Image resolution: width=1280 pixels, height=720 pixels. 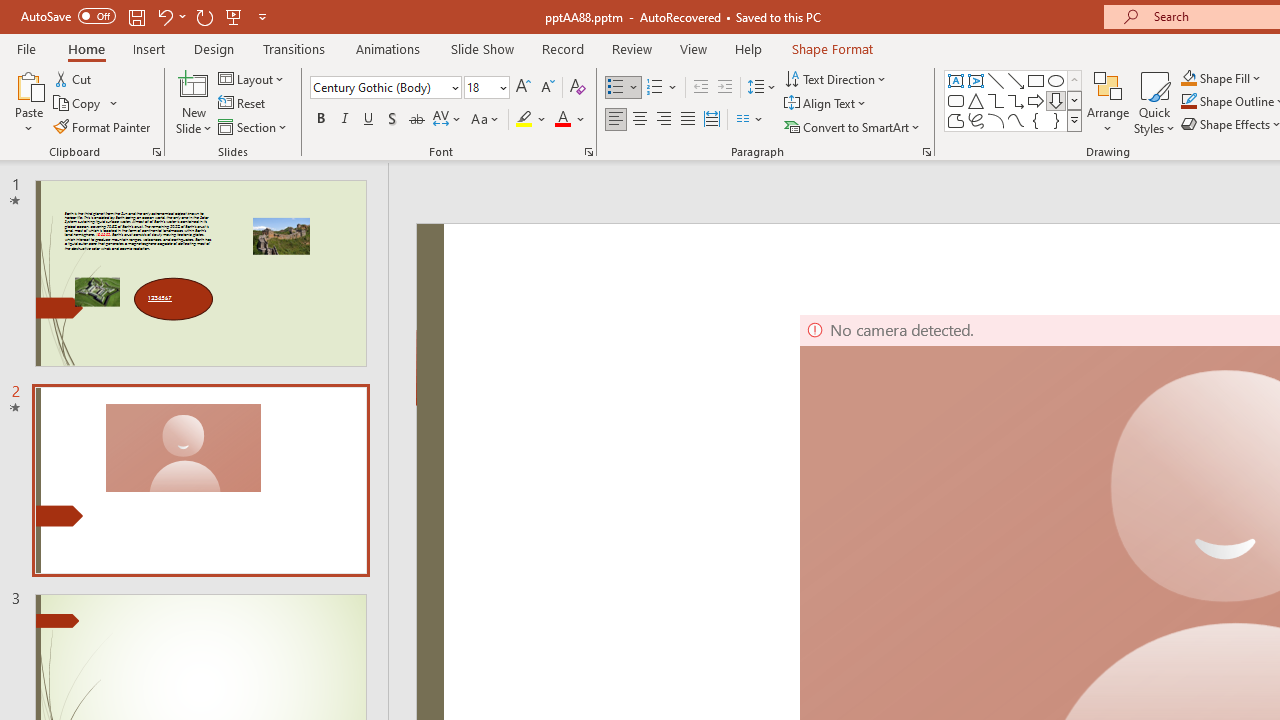 What do you see at coordinates (85, 48) in the screenshot?
I see `'Home'` at bounding box center [85, 48].